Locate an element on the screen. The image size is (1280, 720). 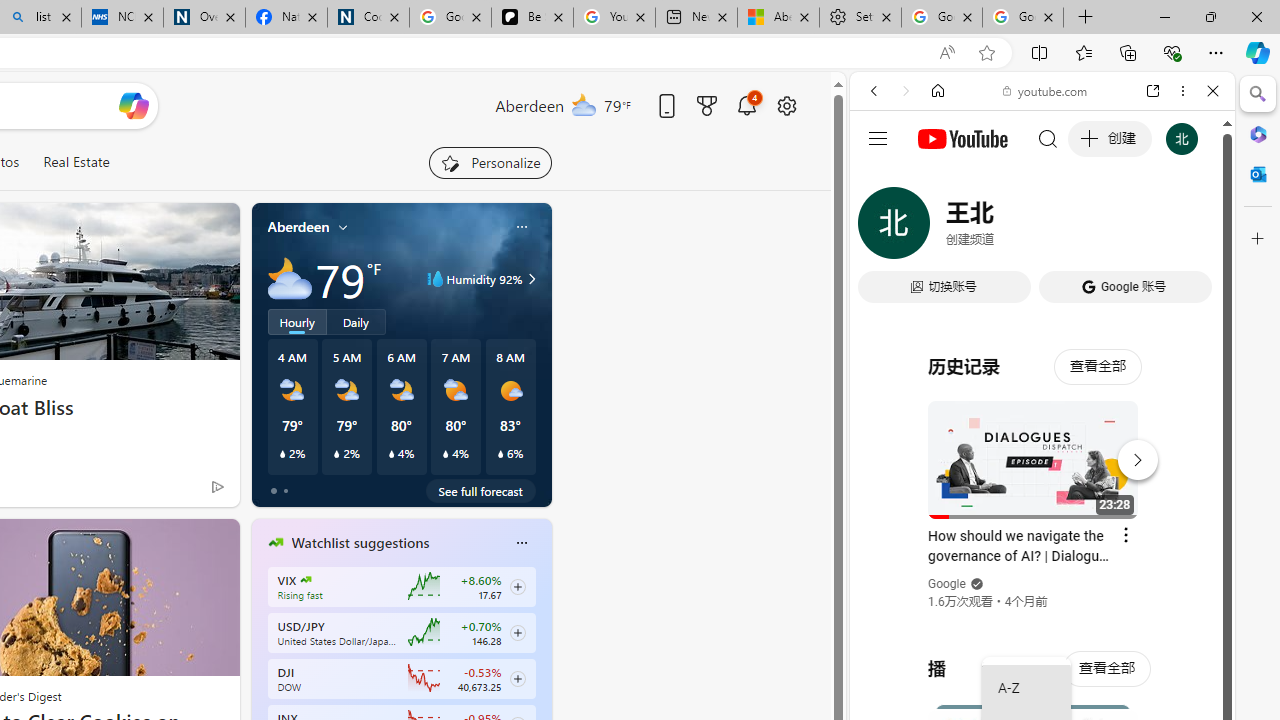
'tab-0' is located at coordinates (272, 491).